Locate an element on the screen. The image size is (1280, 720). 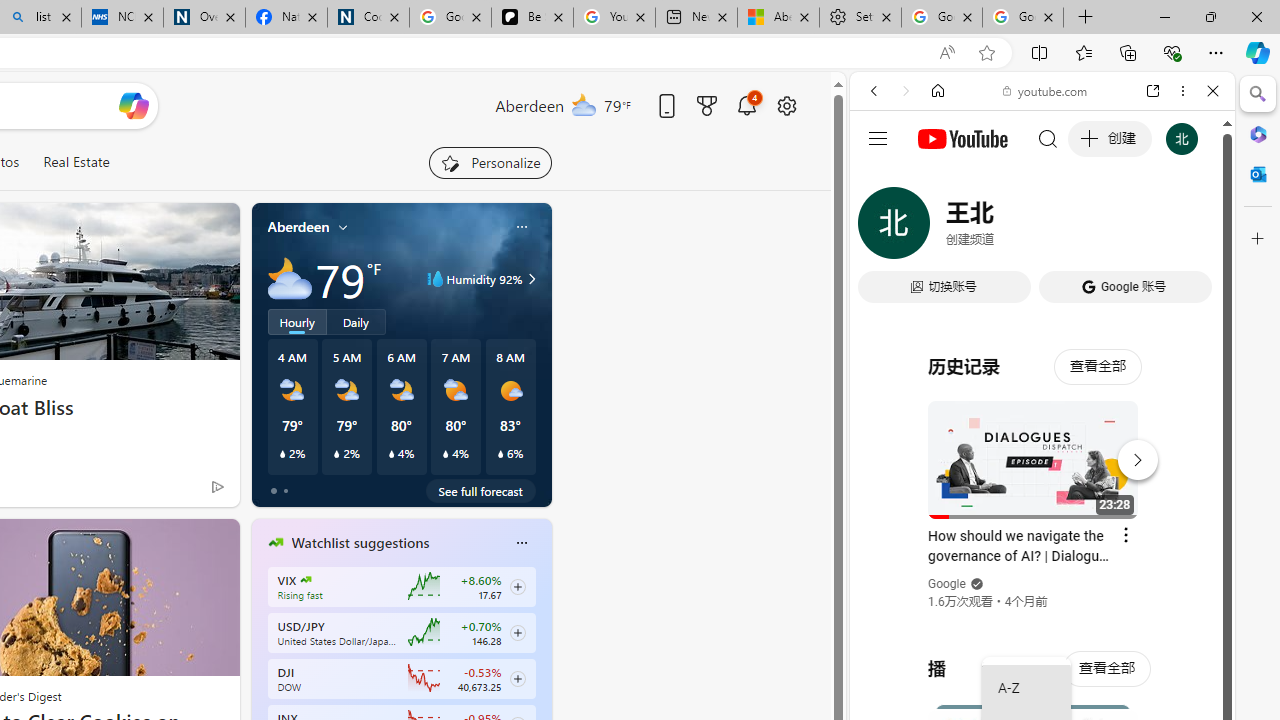
'tab-0' is located at coordinates (272, 491).